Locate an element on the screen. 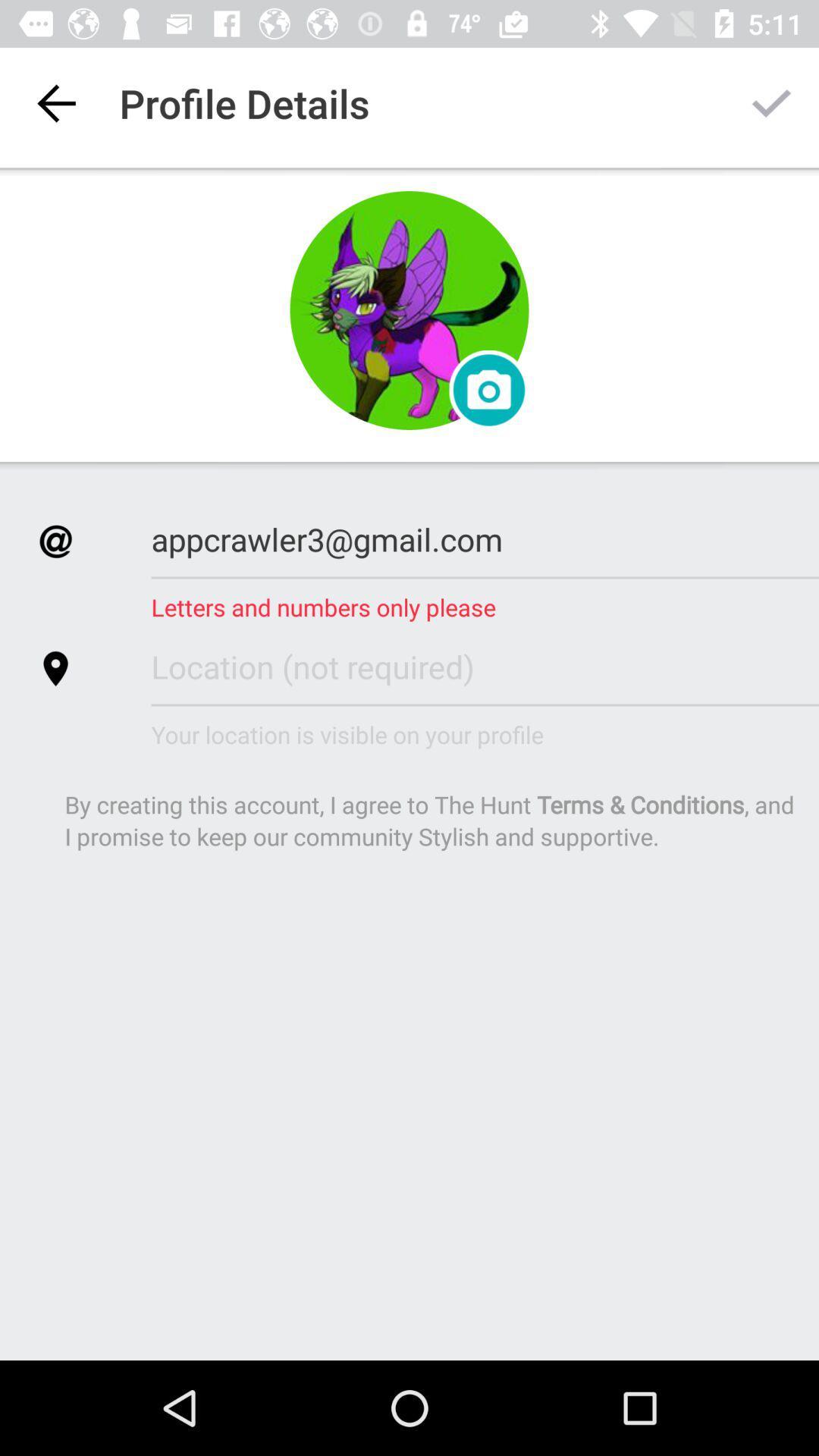 The height and width of the screenshot is (1456, 819). change profile picture is located at coordinates (488, 390).